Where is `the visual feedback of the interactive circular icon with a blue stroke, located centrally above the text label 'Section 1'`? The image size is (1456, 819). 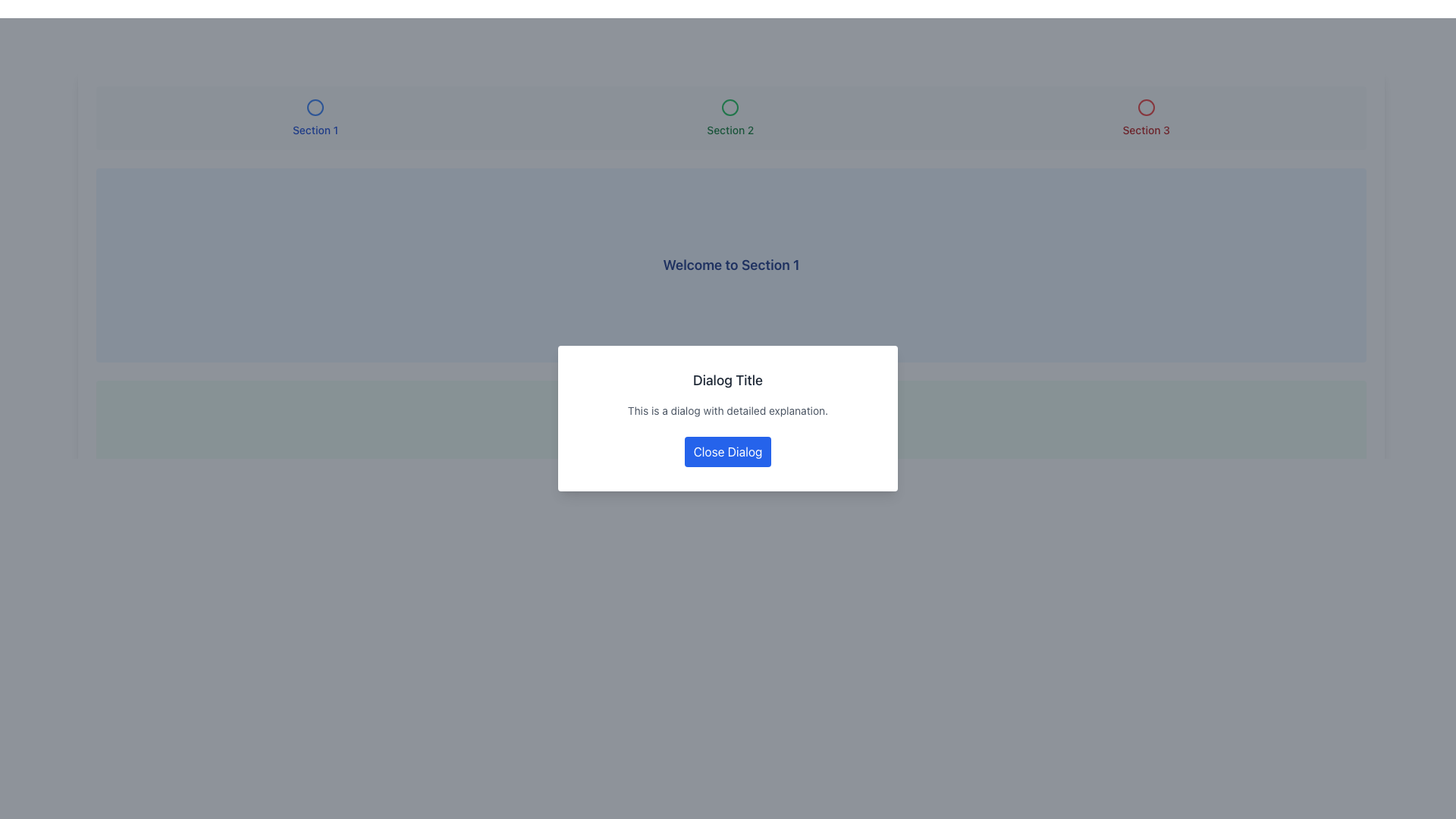 the visual feedback of the interactive circular icon with a blue stroke, located centrally above the text label 'Section 1' is located at coordinates (315, 107).